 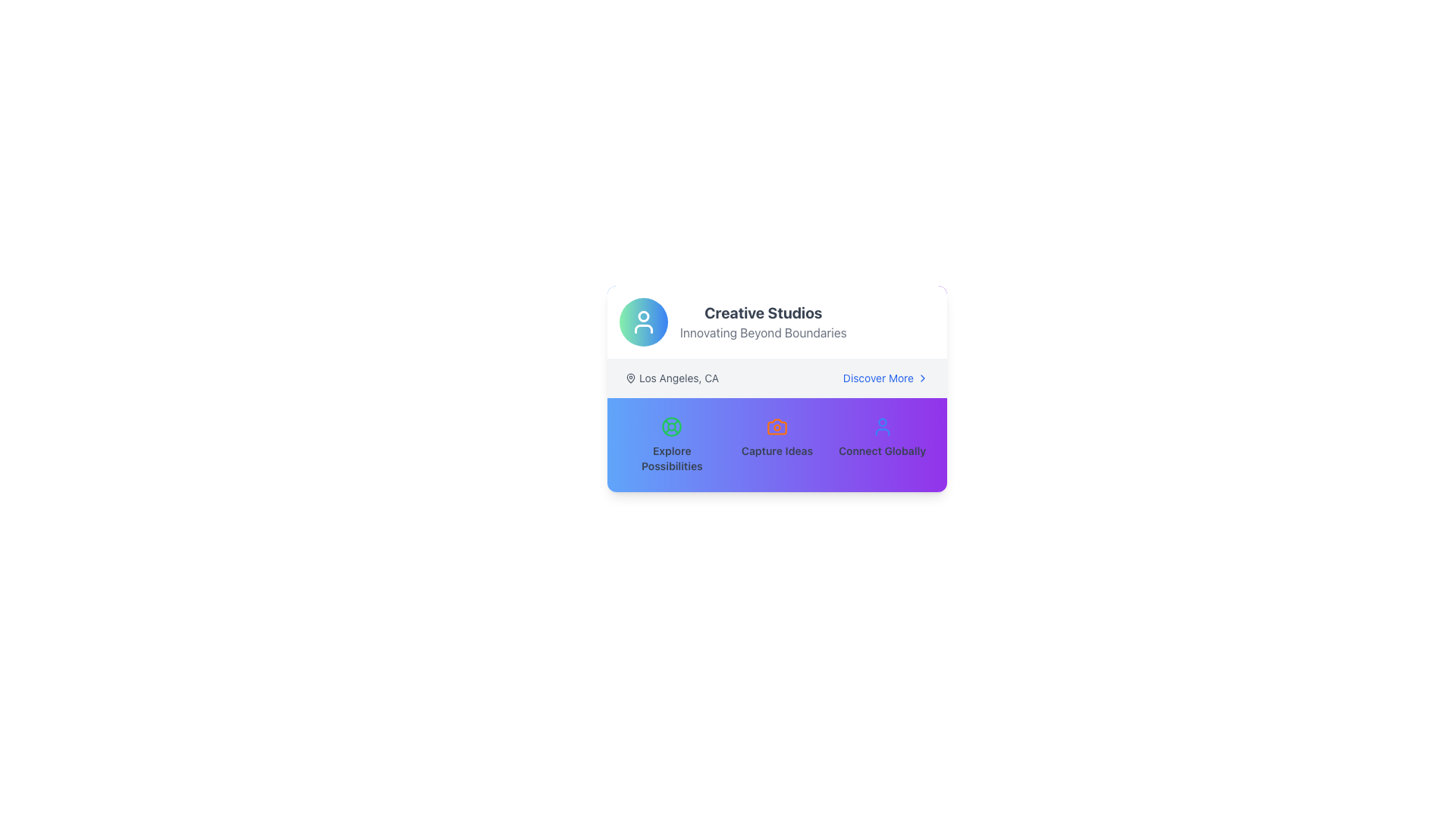 I want to click on the 'Capture Ideas' button, which is positioned centrally in the three-item horizontal grid layout that includes 'Explore Possibilities' on the left and 'Connect Globally' on the right, so click(x=777, y=444).